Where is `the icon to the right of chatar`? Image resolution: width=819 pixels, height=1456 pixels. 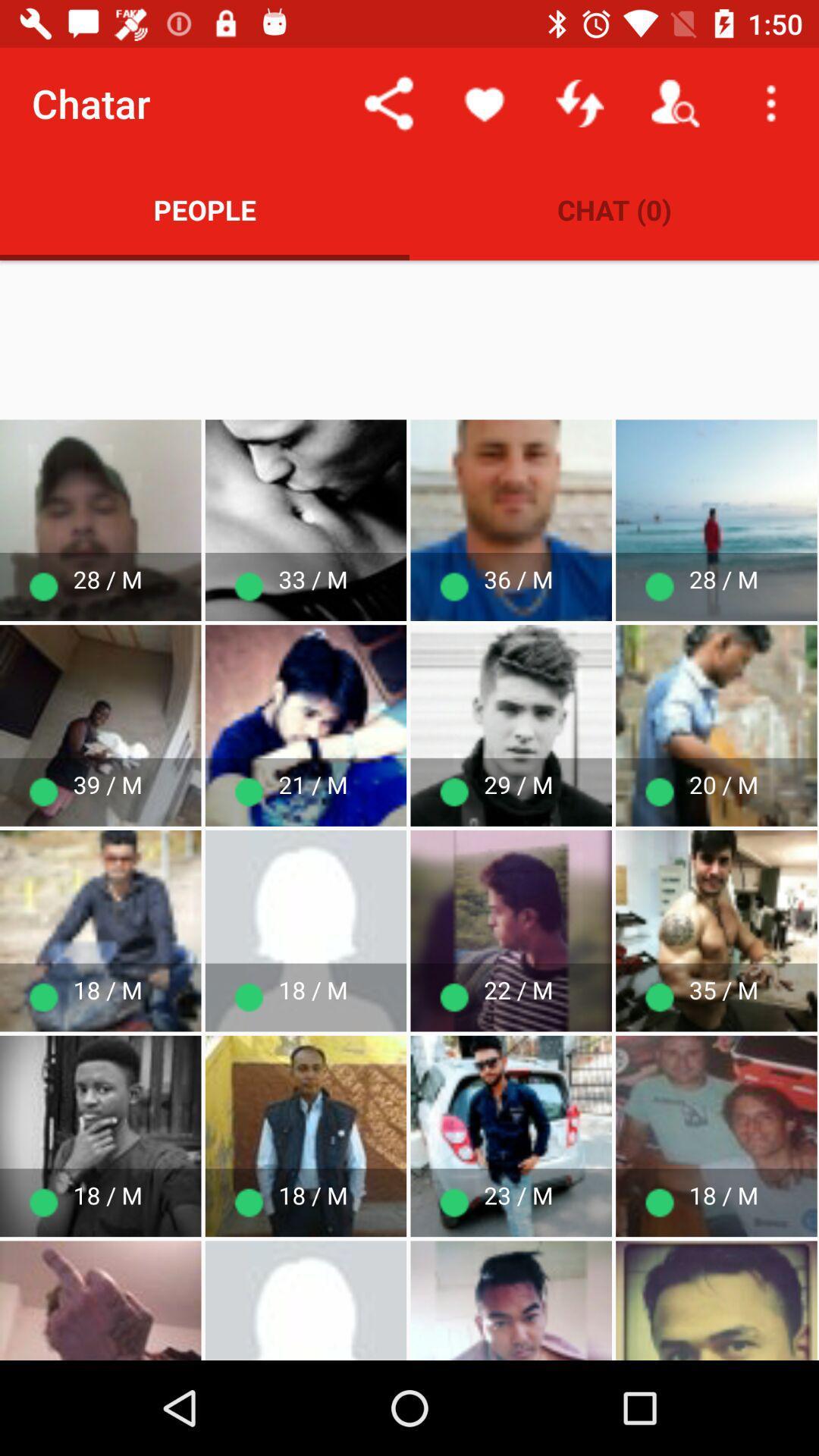 the icon to the right of chatar is located at coordinates (388, 102).